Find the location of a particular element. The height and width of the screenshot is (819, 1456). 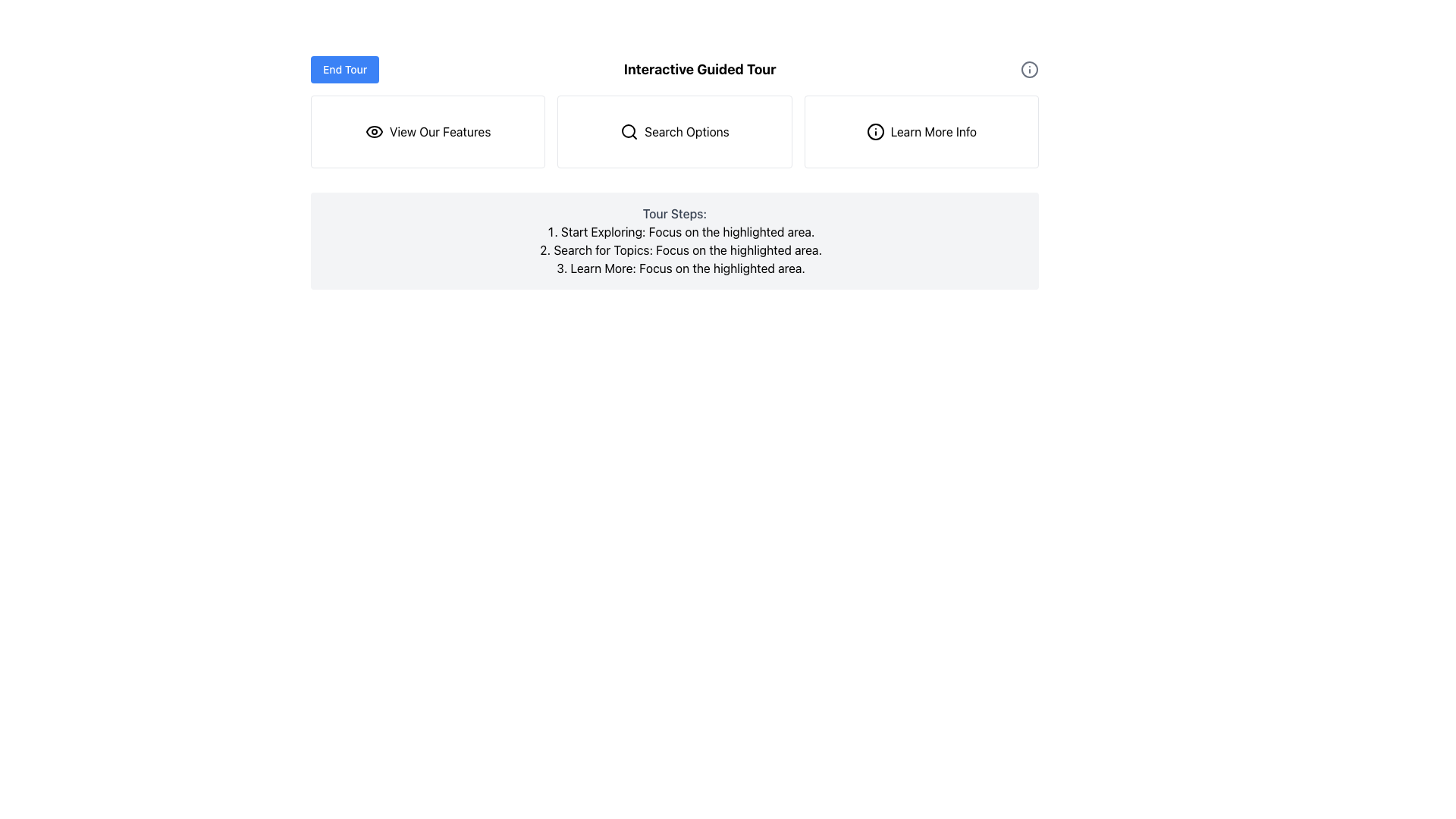

the text label that reads 'Start Exploring: Focus on the highlighted area.' is located at coordinates (679, 231).